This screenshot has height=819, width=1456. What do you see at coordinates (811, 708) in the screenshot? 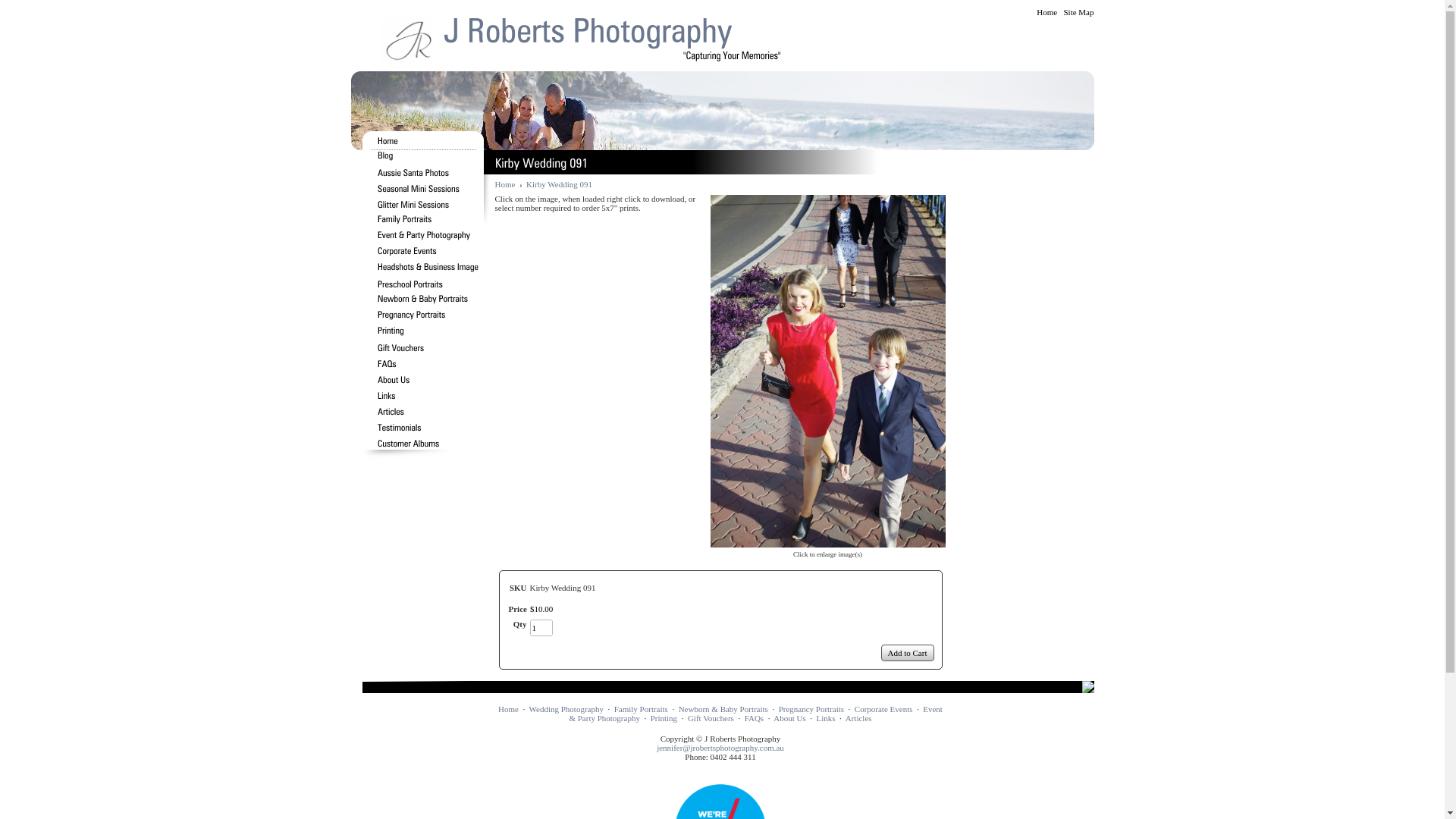
I see `'Pregnancy Portraits'` at bounding box center [811, 708].